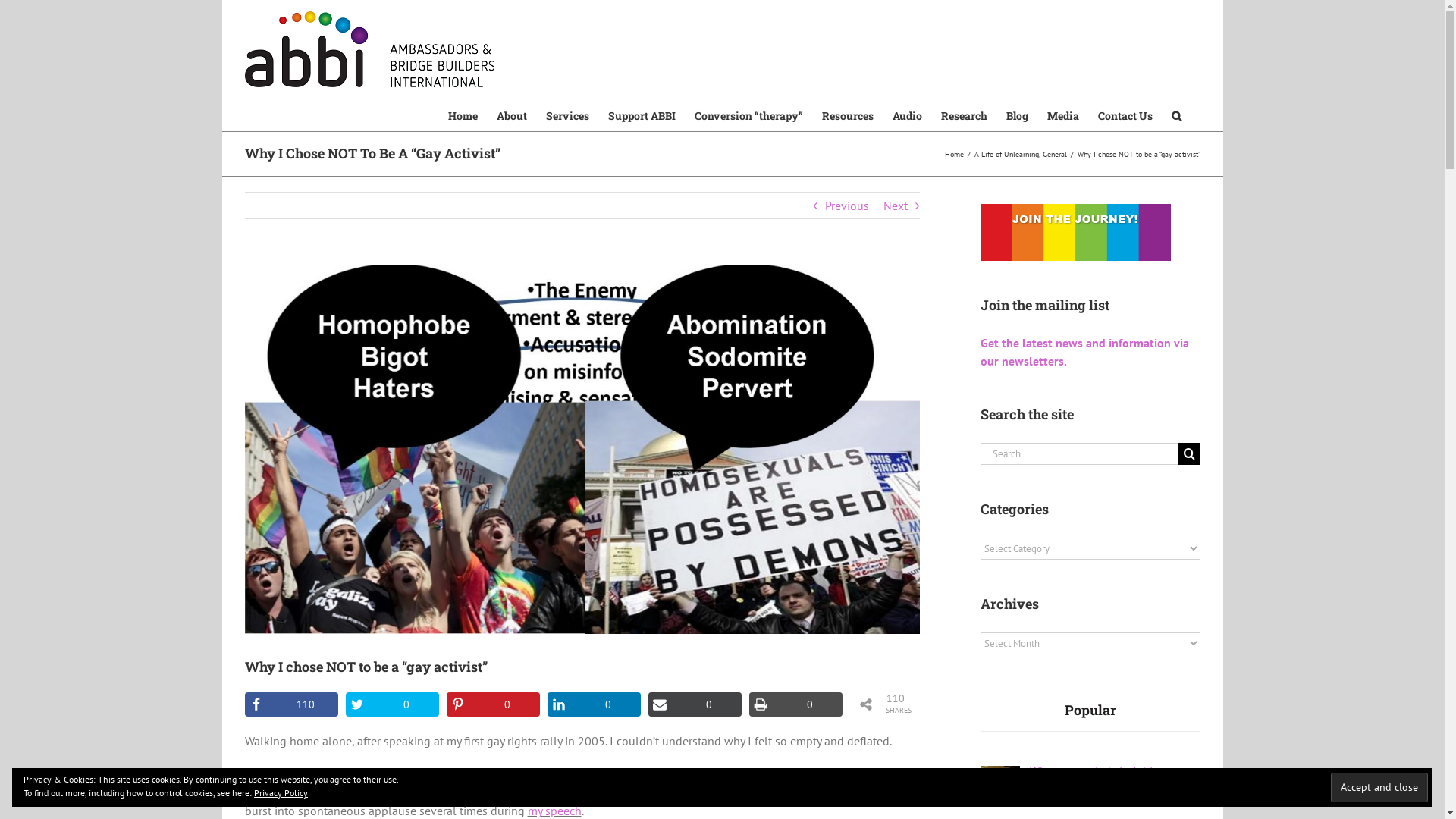 The image size is (1456, 819). What do you see at coordinates (1030, 778) in the screenshot?
I see `'When a married straight man falls in love with another man'` at bounding box center [1030, 778].